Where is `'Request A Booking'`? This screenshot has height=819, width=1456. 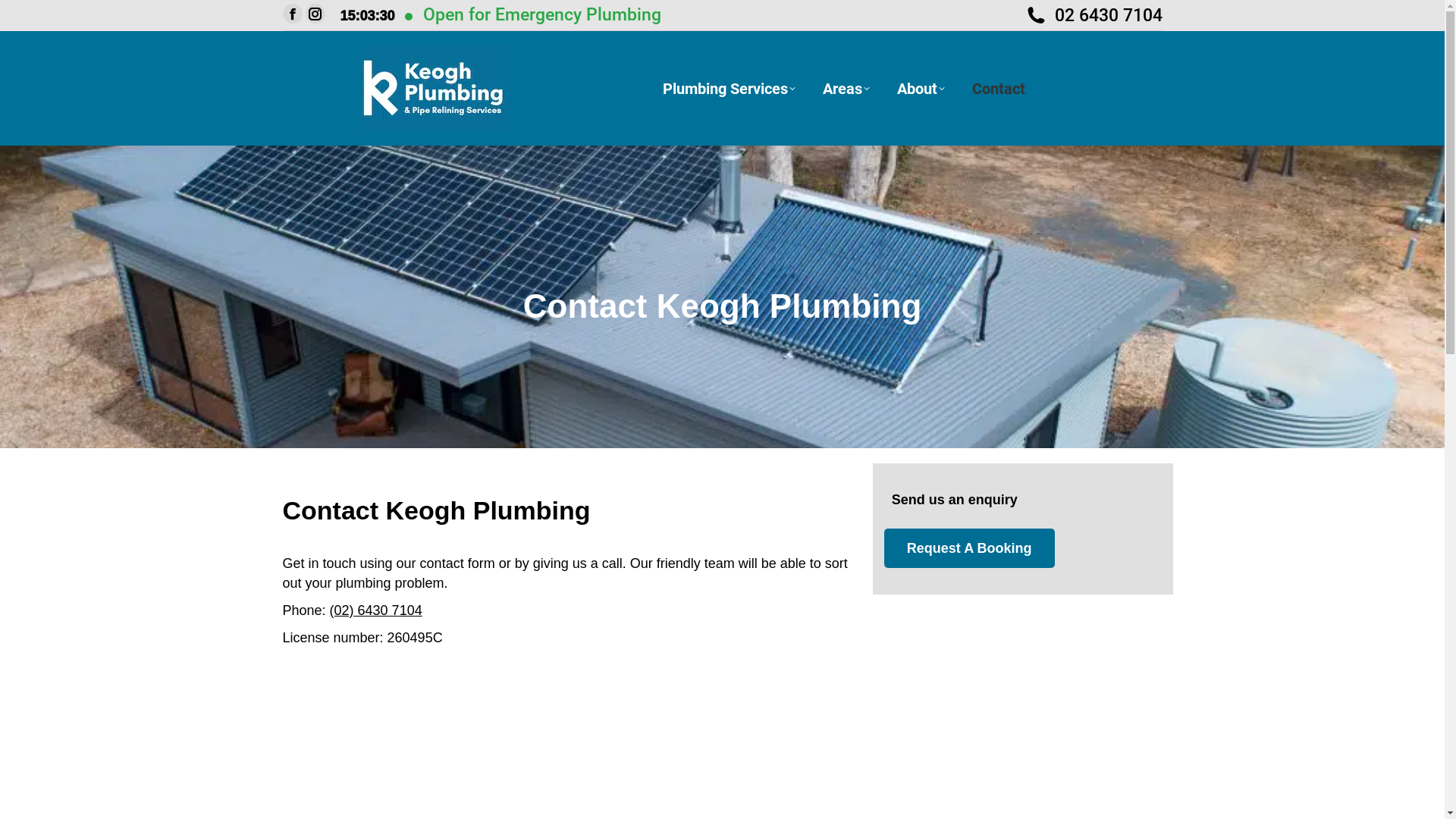
'Request A Booking' is located at coordinates (884, 548).